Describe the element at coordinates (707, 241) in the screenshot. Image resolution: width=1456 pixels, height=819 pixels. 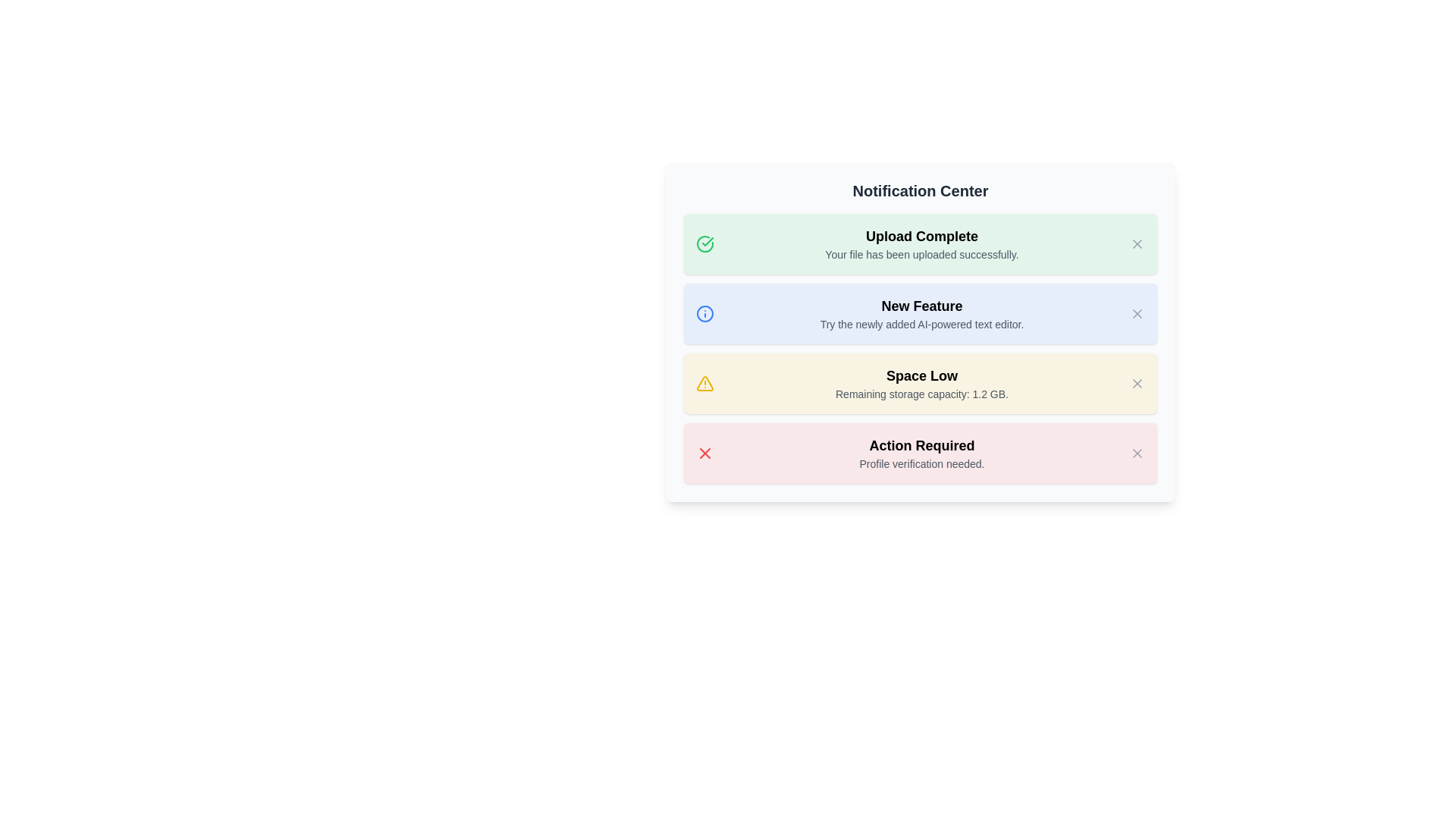
I see `the small green check mark SVG illustration indicating completion next to the 'Upload Complete' message in the Notification Center` at that location.